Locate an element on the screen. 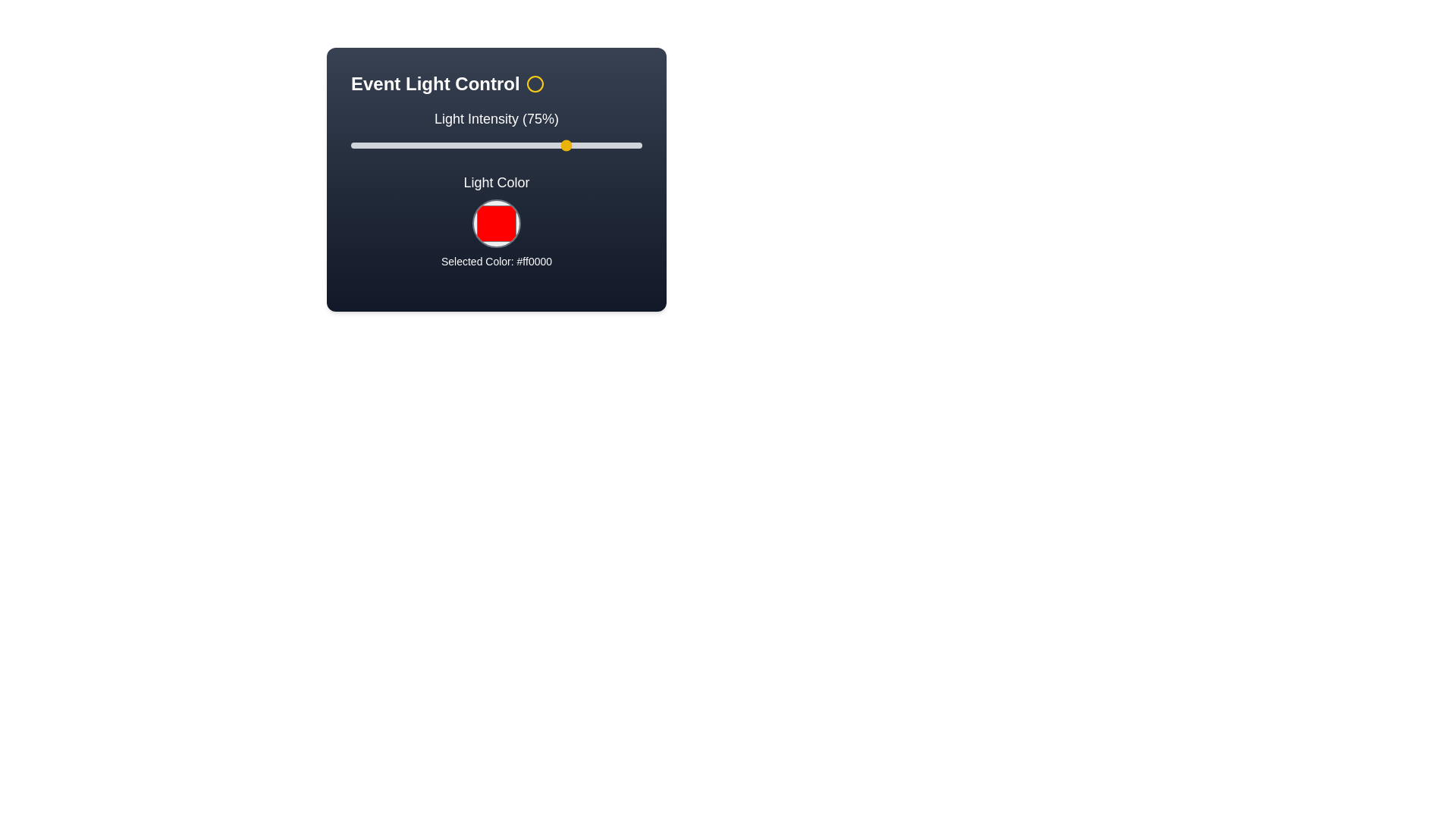 This screenshot has width=1456, height=819. the header icon to visually interact with it is located at coordinates (535, 84).